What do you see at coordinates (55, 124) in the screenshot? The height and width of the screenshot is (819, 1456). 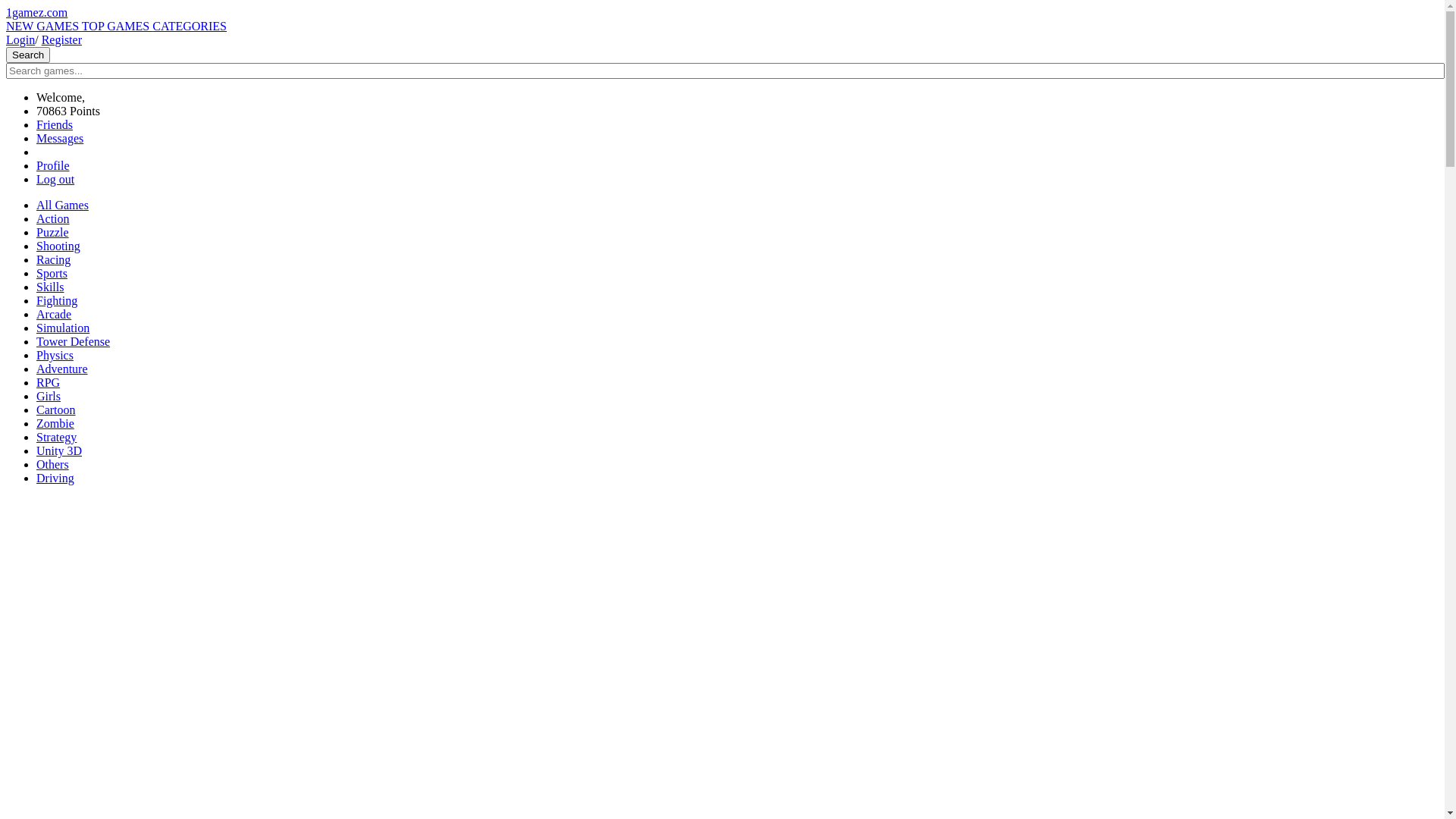 I see `'Friends'` at bounding box center [55, 124].